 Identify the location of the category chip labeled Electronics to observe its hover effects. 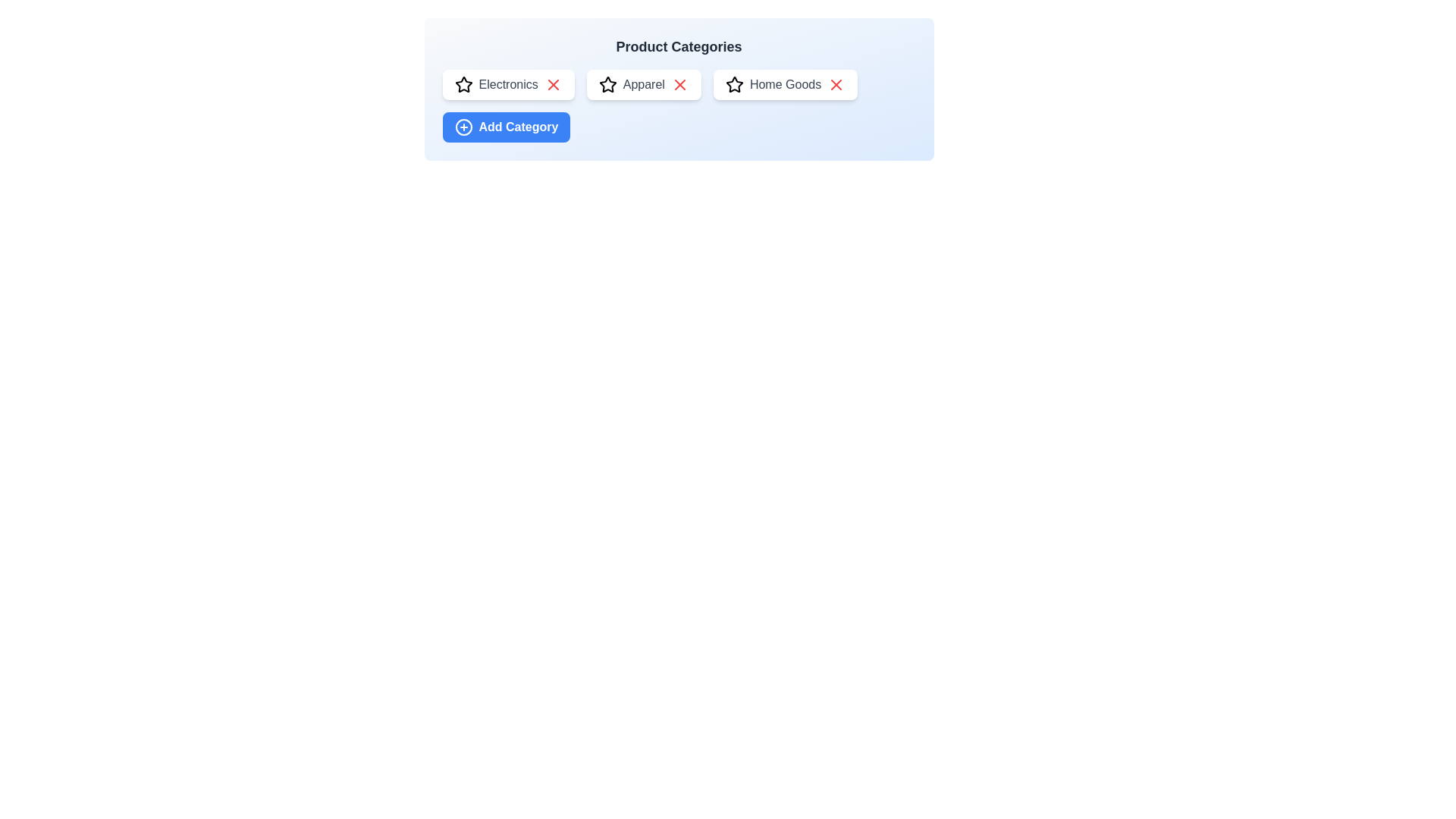
(508, 84).